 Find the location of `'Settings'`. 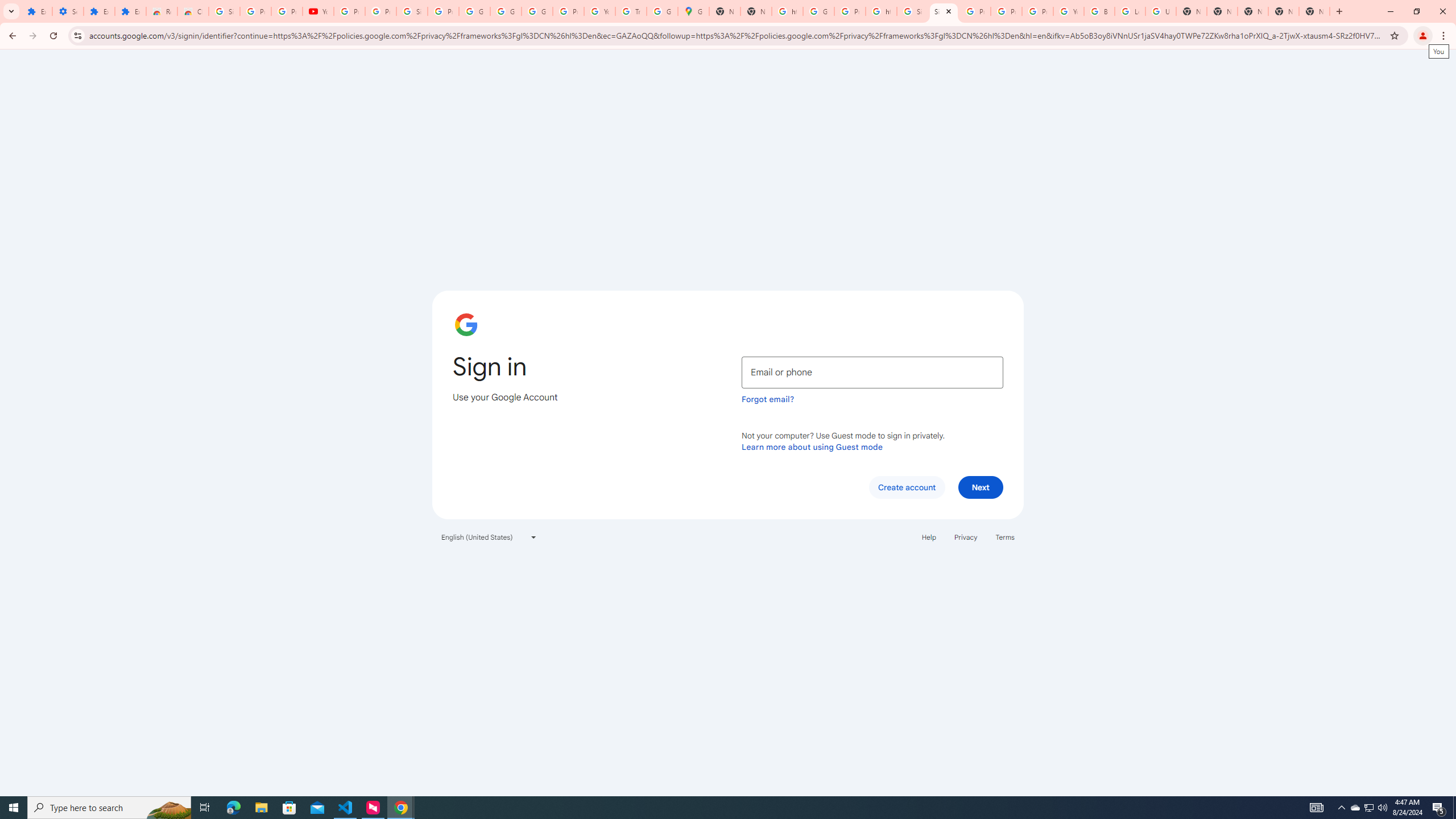

'Settings' is located at coordinates (67, 11).